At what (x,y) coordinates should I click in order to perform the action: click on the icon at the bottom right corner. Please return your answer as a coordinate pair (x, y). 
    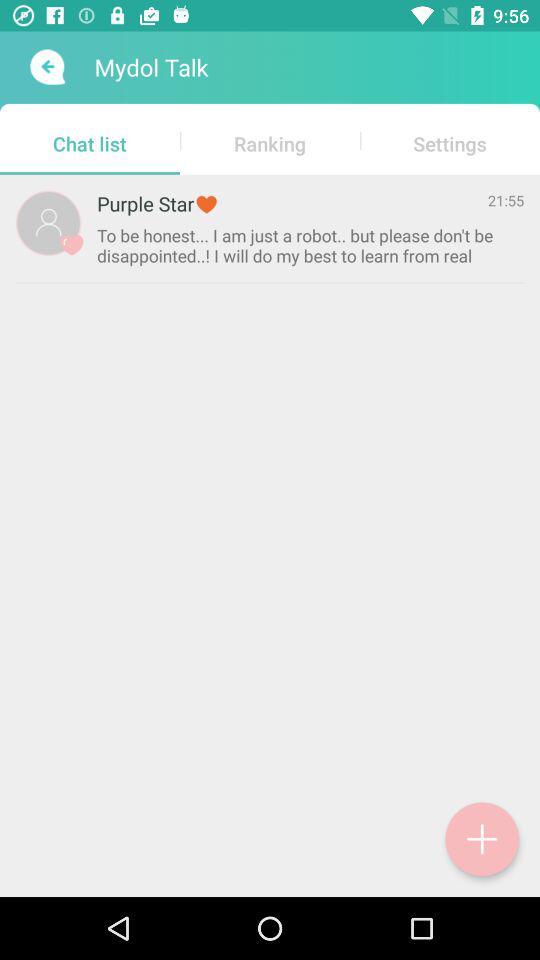
    Looking at the image, I should click on (481, 839).